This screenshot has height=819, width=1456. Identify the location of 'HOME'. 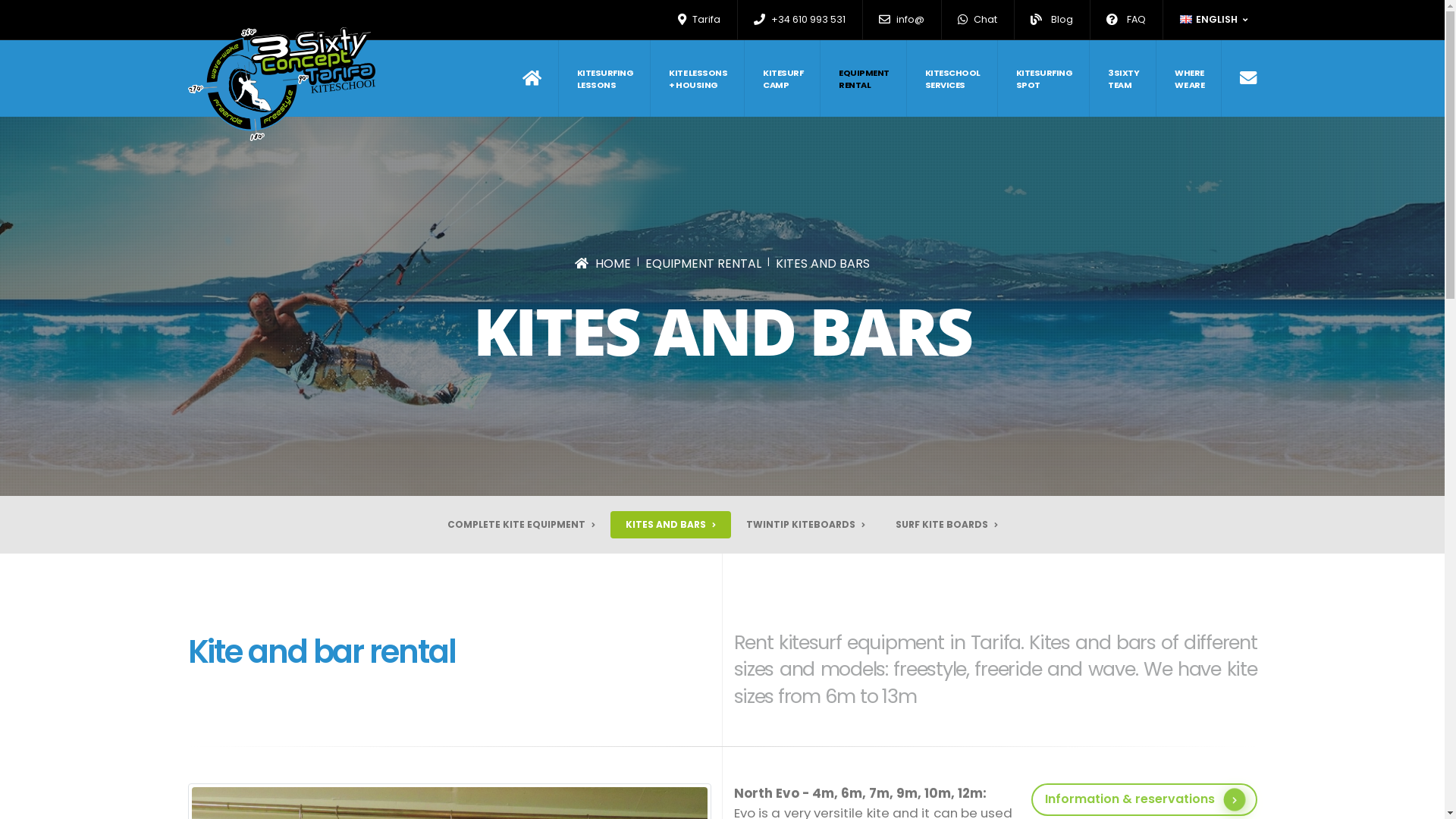
(602, 262).